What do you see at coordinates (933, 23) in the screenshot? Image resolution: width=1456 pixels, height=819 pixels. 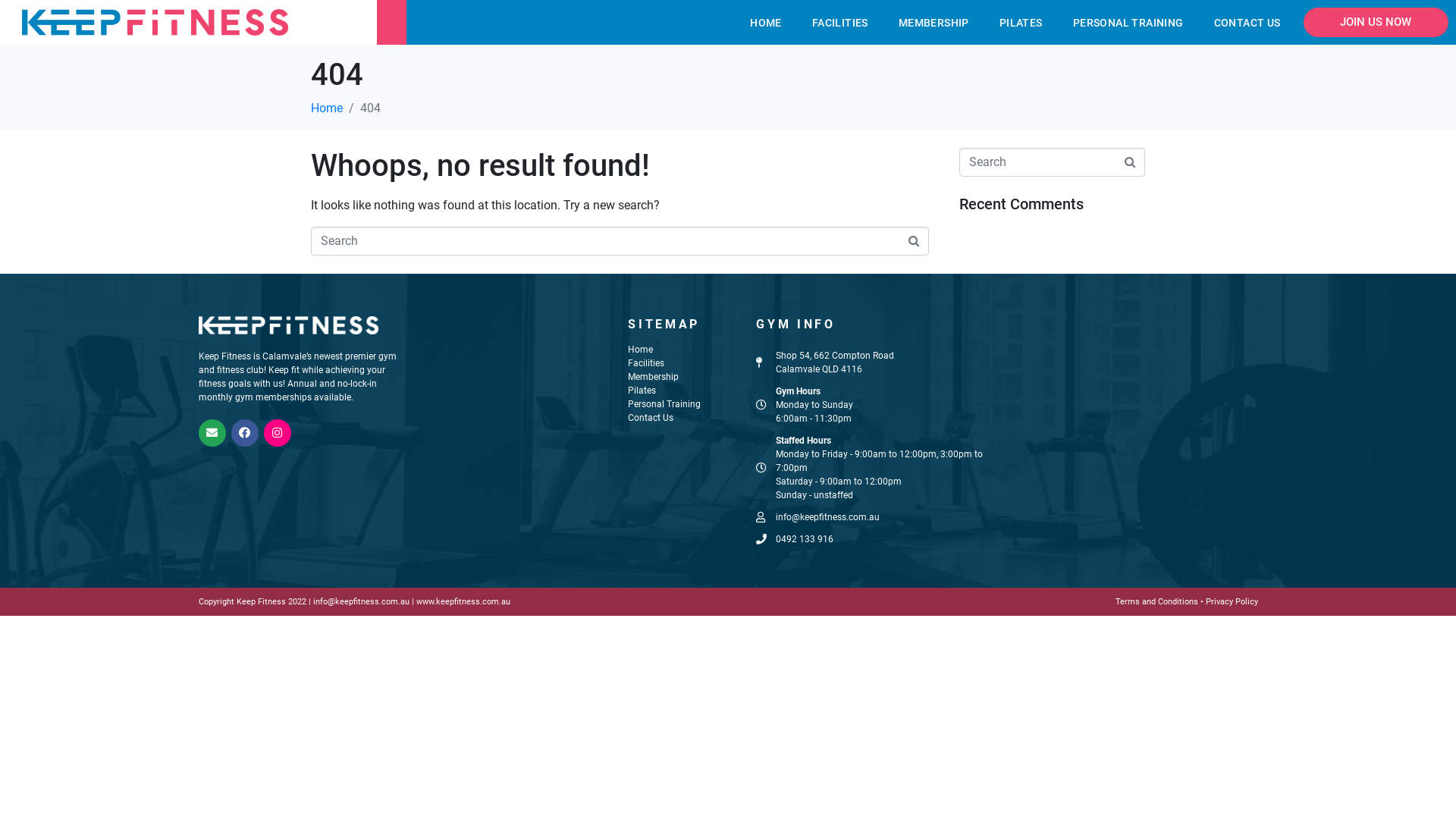 I see `'MEMBERSHIP'` at bounding box center [933, 23].